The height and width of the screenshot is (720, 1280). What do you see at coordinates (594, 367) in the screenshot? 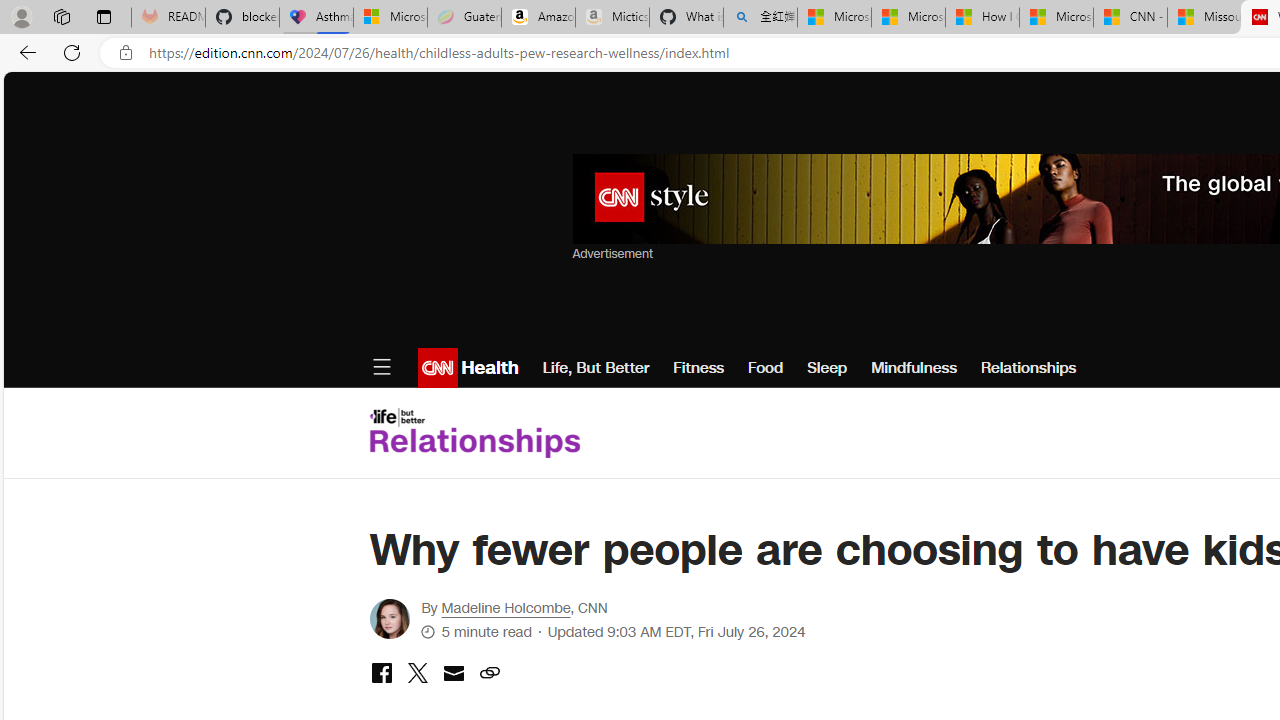
I see `'Life, But Better'` at bounding box center [594, 367].